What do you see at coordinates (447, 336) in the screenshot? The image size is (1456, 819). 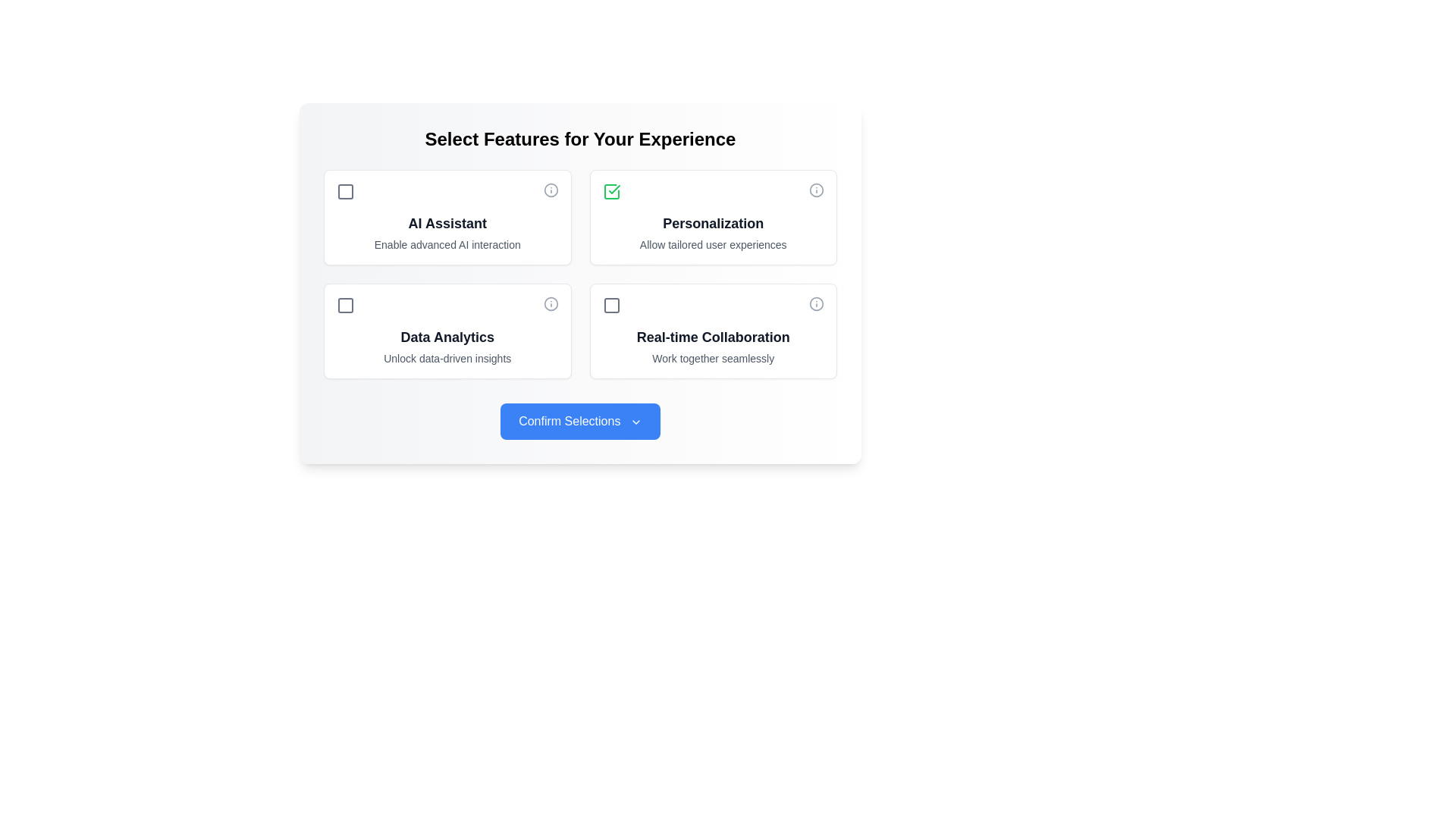 I see `the 'Data Analytics' text label displayed in bold and large font located in the lower-left section of the feature grid, positioned above the subtitle 'Unlock data-driven insights'` at bounding box center [447, 336].